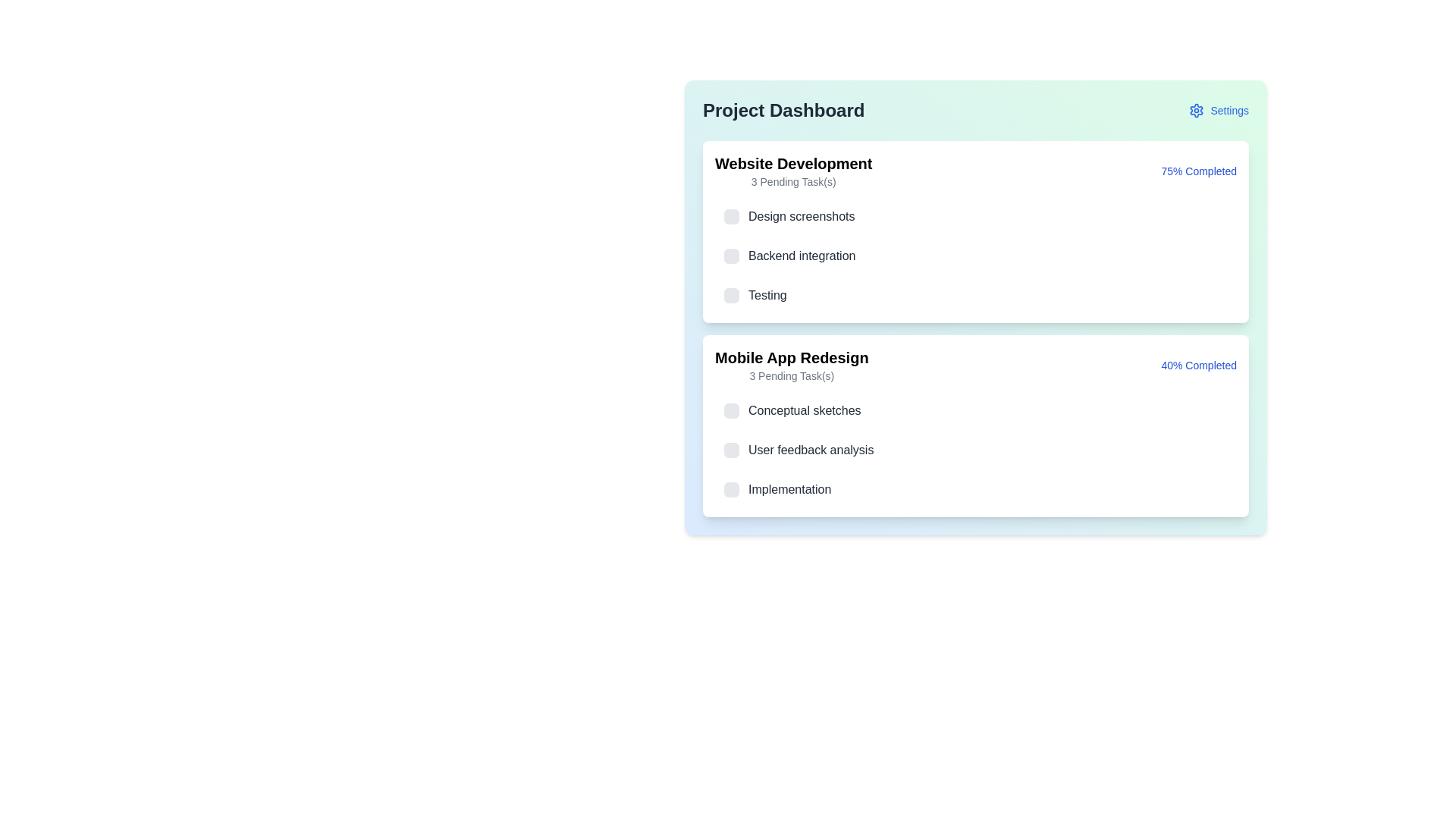 This screenshot has width=1456, height=819. I want to click on the small, square-shaped checkbox with a light gray background and gray border, located before the label text in the 'User feedback analysis' list item within the 'Mobile App Redesign' section of the 'Project Dashboard' interface, so click(731, 450).